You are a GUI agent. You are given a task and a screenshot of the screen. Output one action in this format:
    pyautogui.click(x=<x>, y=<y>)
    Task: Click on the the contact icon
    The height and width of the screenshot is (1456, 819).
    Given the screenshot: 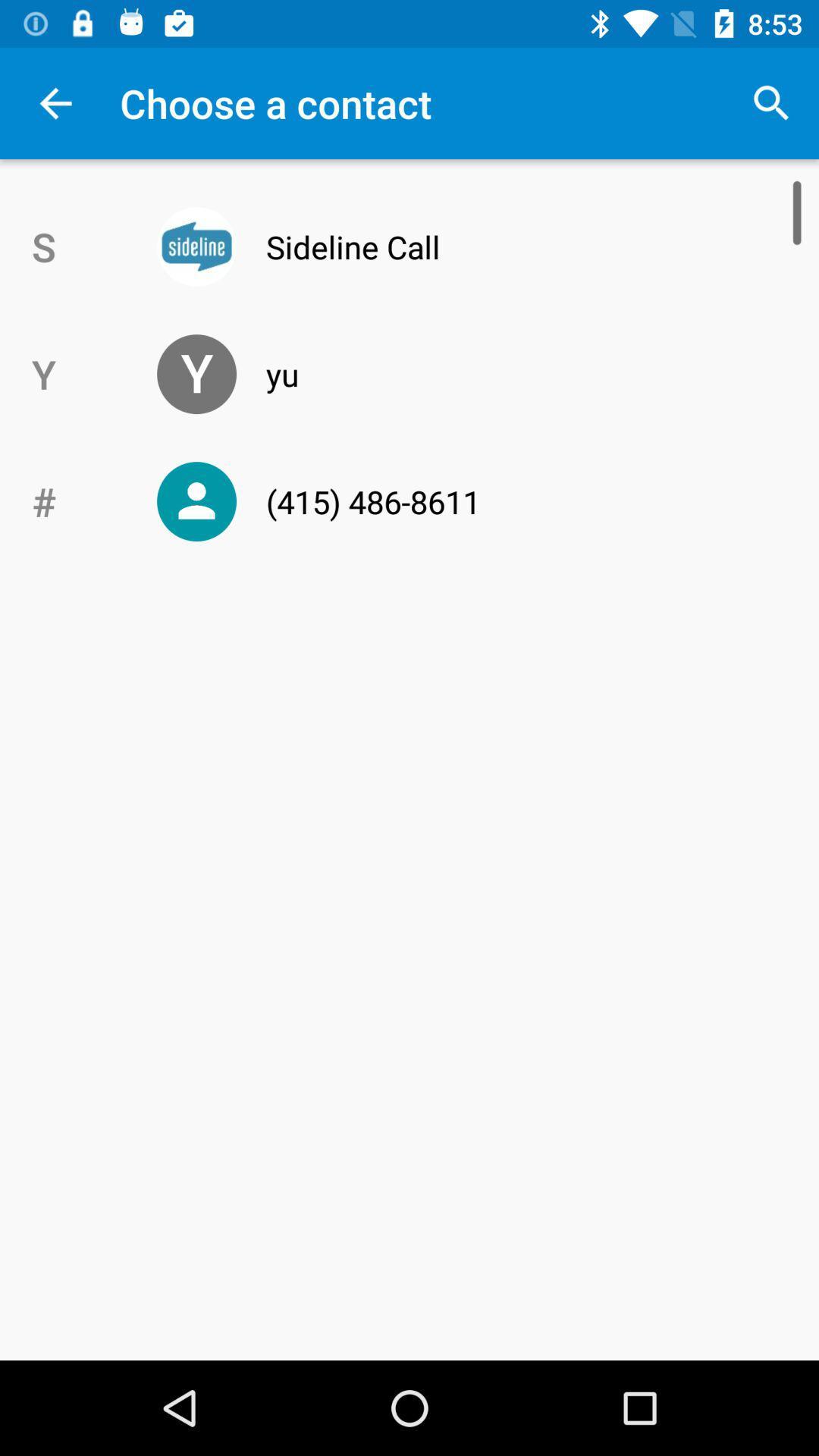 What is the action you would take?
    pyautogui.click(x=196, y=501)
    